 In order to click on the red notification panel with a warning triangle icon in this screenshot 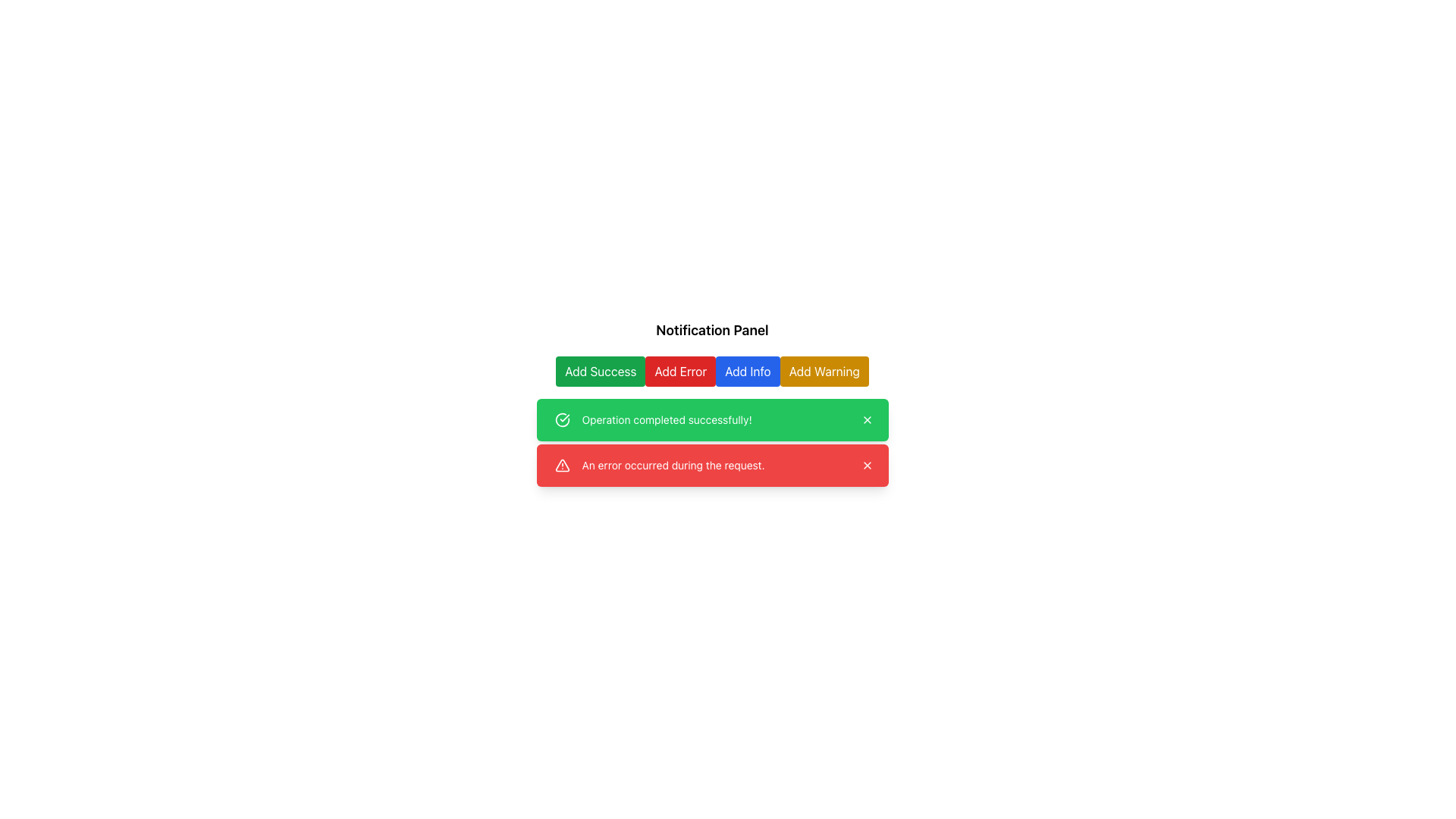, I will do `click(711, 464)`.